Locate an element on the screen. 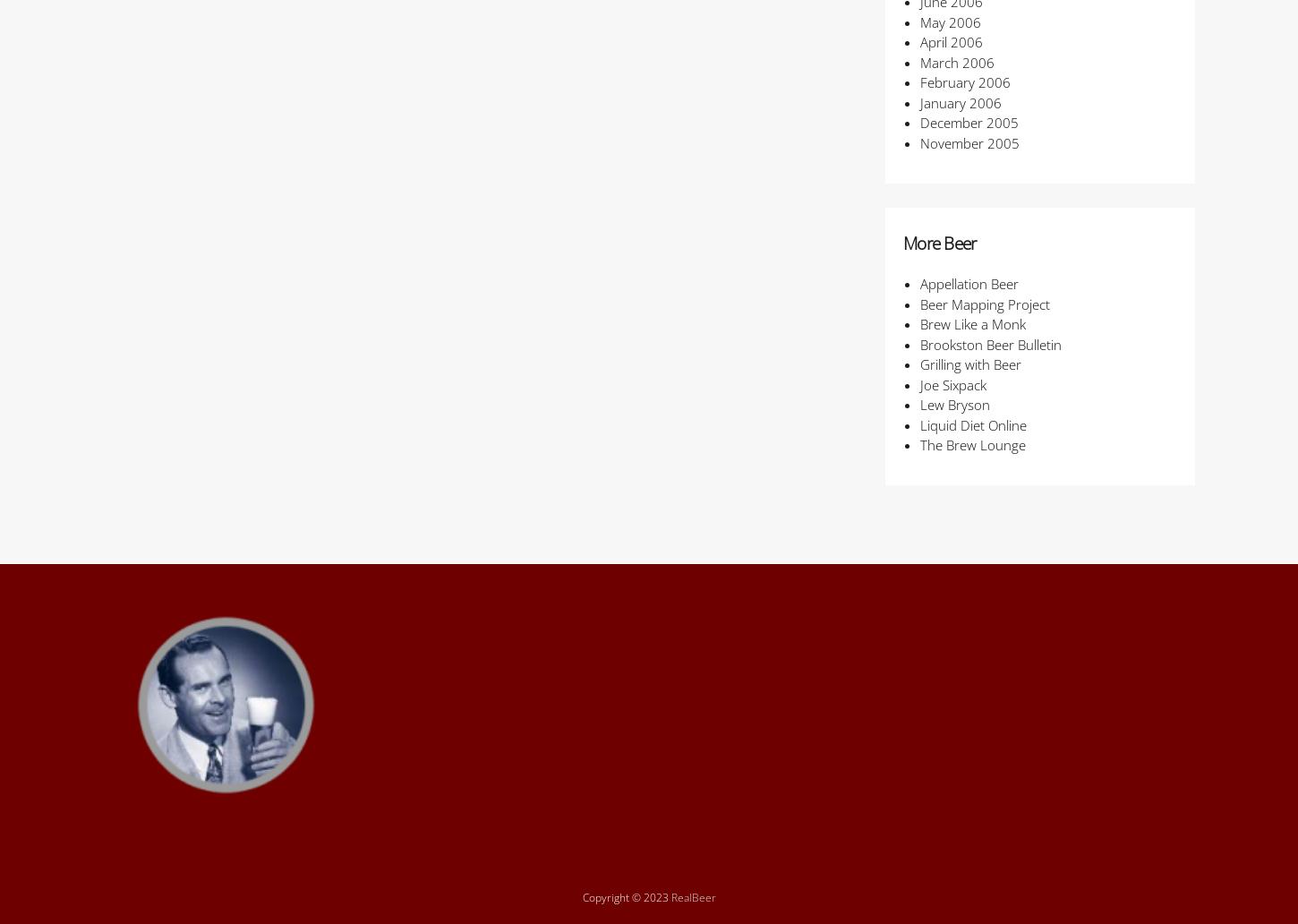 This screenshot has width=1298, height=924. 'Grilling with Beer' is located at coordinates (969, 364).